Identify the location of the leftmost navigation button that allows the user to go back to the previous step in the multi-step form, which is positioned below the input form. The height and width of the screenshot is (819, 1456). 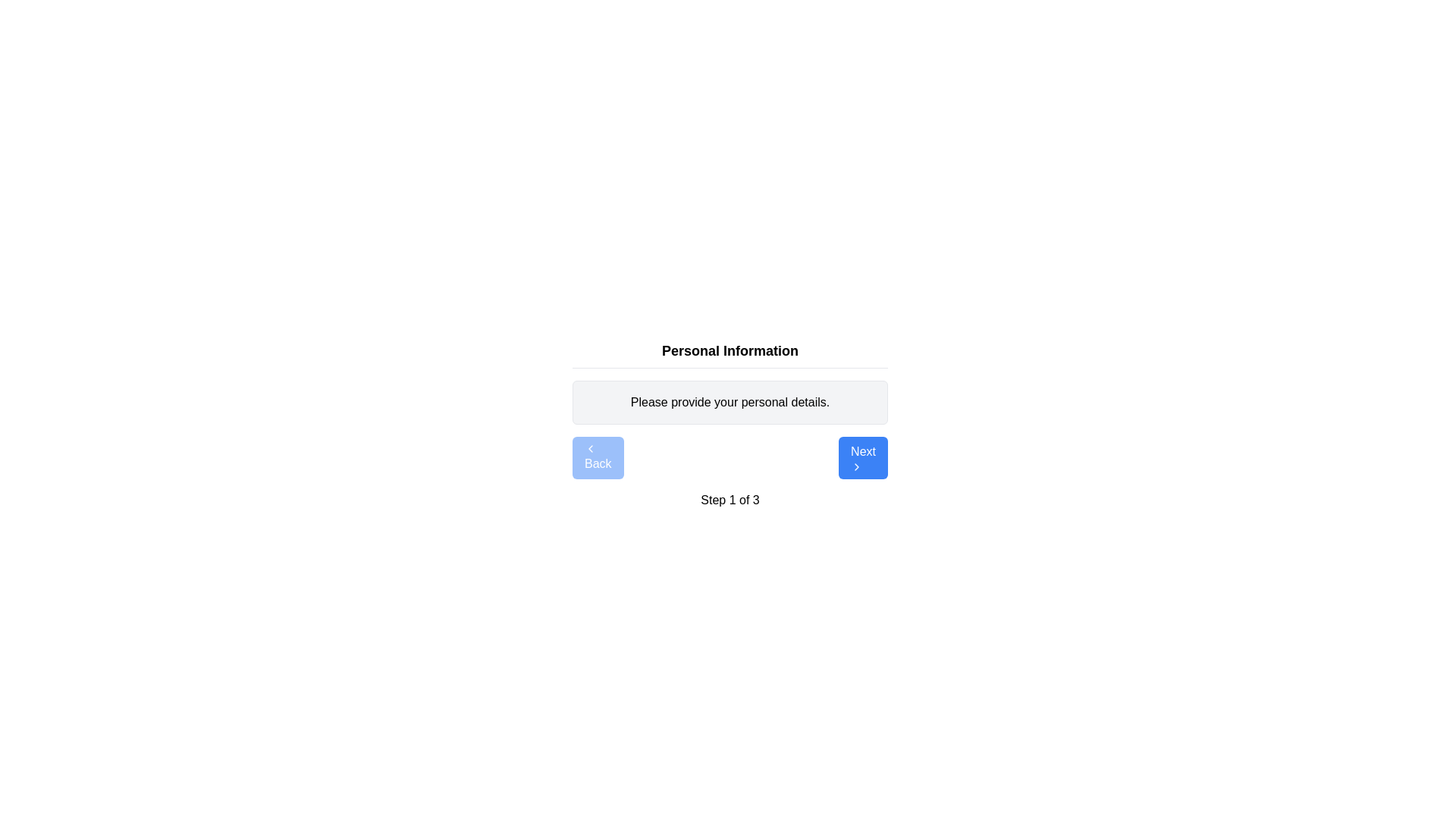
(597, 457).